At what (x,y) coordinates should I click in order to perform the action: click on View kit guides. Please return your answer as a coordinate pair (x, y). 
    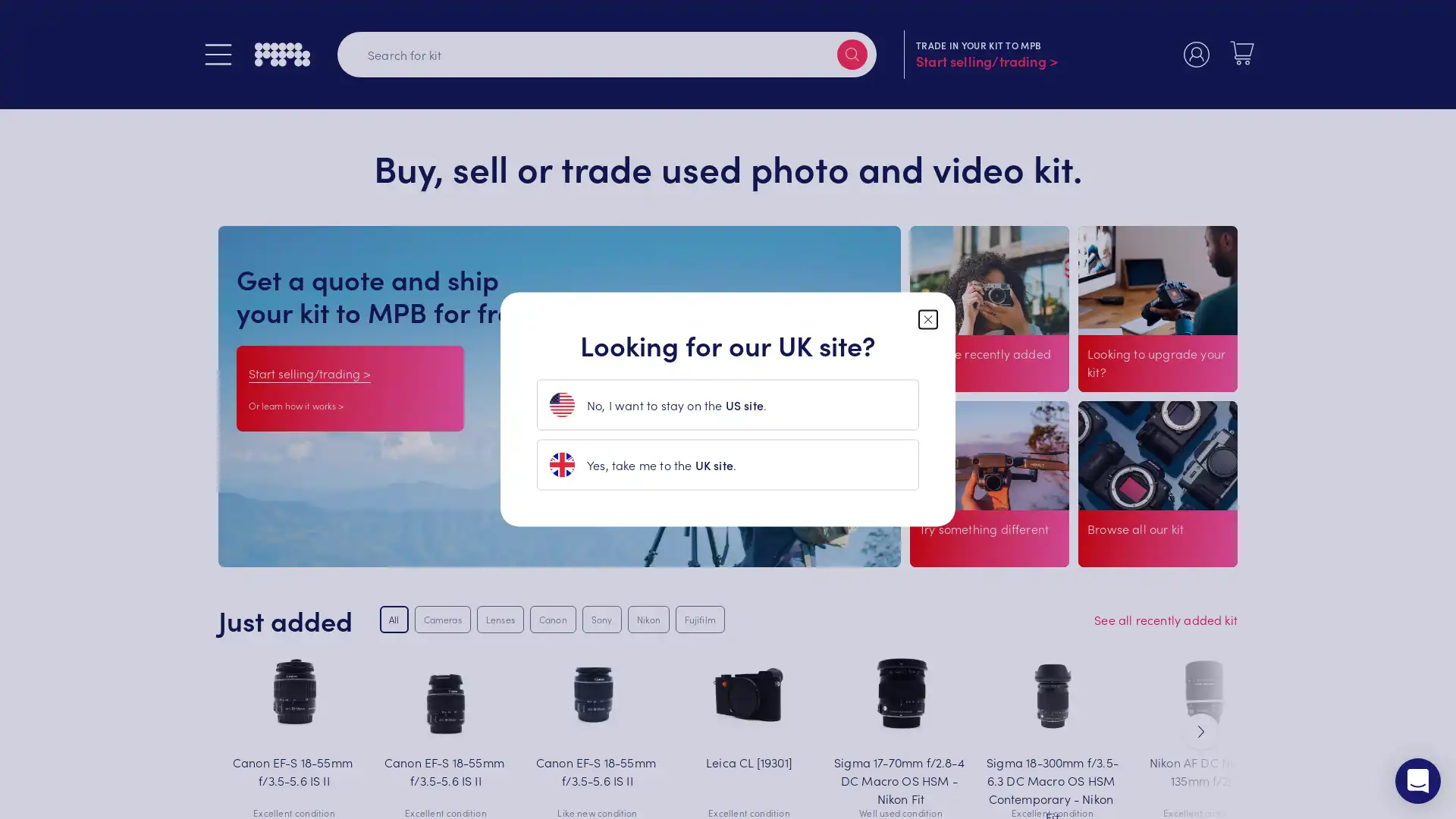
    Looking at the image, I should click on (962, 551).